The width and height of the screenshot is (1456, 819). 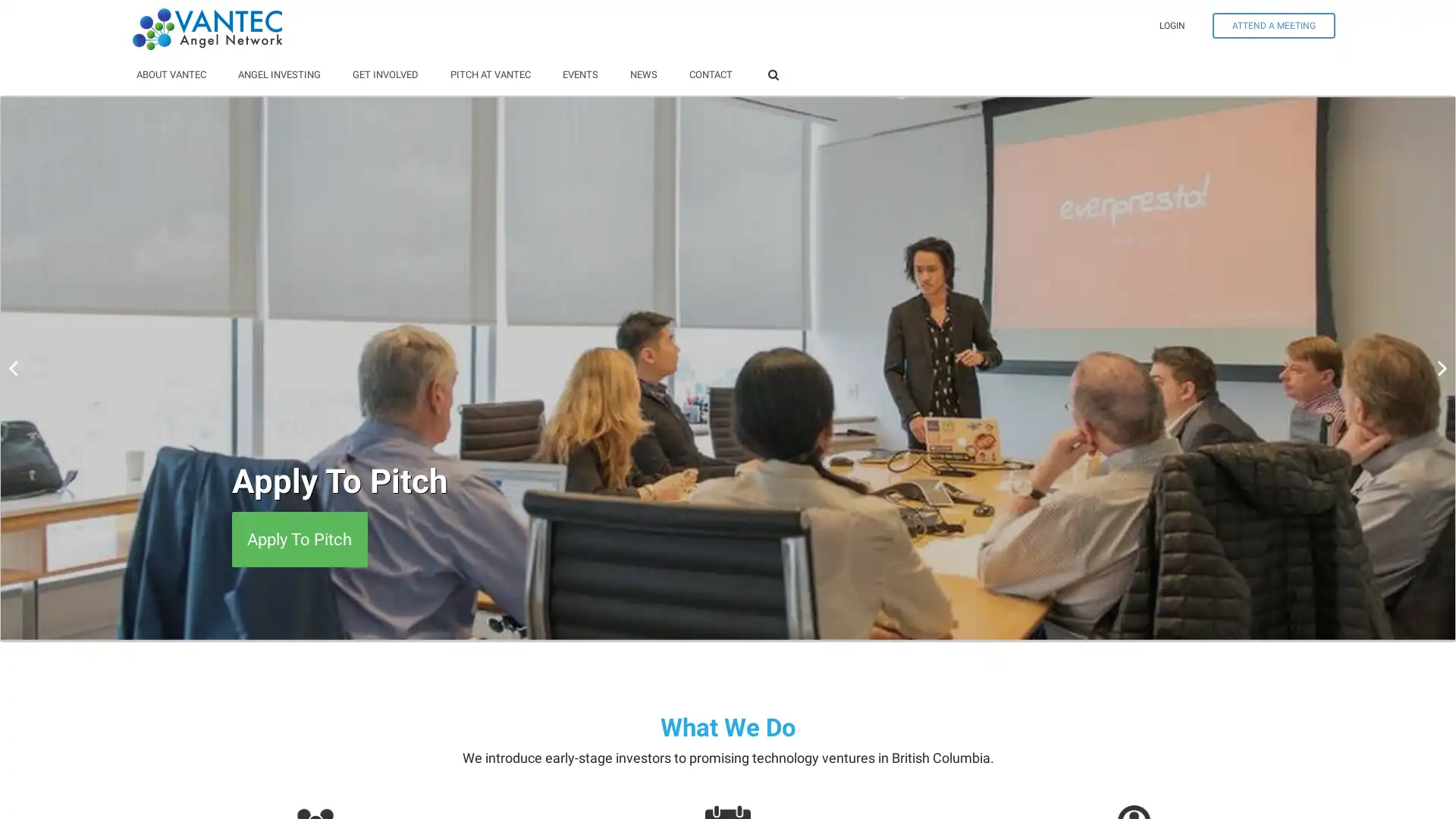 I want to click on Apply To Pitch, so click(x=299, y=538).